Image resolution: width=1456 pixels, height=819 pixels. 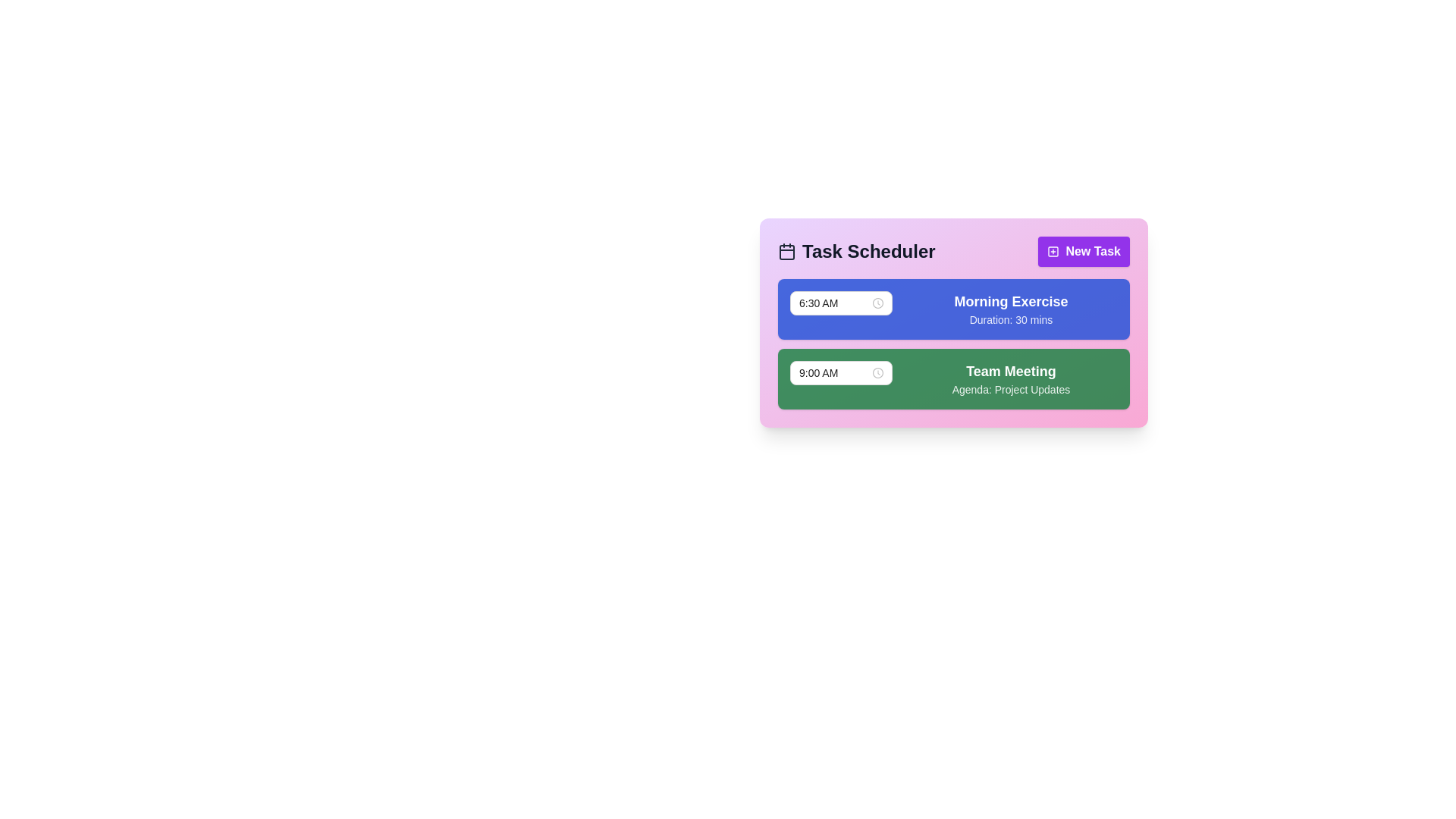 What do you see at coordinates (1053, 250) in the screenshot?
I see `the decorative or interactive icon associated with the 'New Task' functionality, located on the right side of the 'Task Scheduler' panel, aligned horizontally with the 'New Task' label` at bounding box center [1053, 250].